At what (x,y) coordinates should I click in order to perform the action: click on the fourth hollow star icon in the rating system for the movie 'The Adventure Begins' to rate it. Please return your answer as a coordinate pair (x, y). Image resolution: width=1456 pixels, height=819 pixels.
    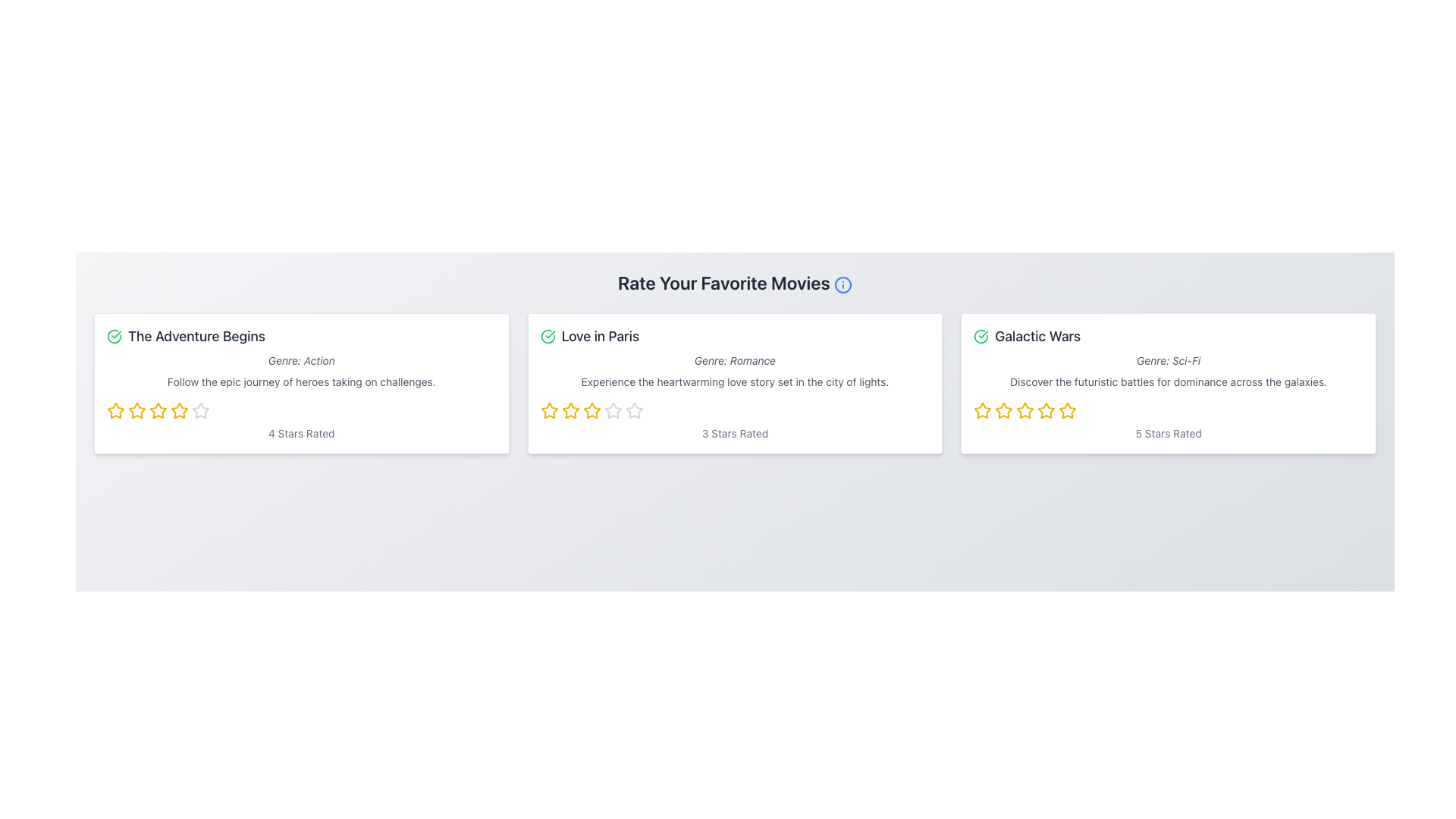
    Looking at the image, I should click on (199, 410).